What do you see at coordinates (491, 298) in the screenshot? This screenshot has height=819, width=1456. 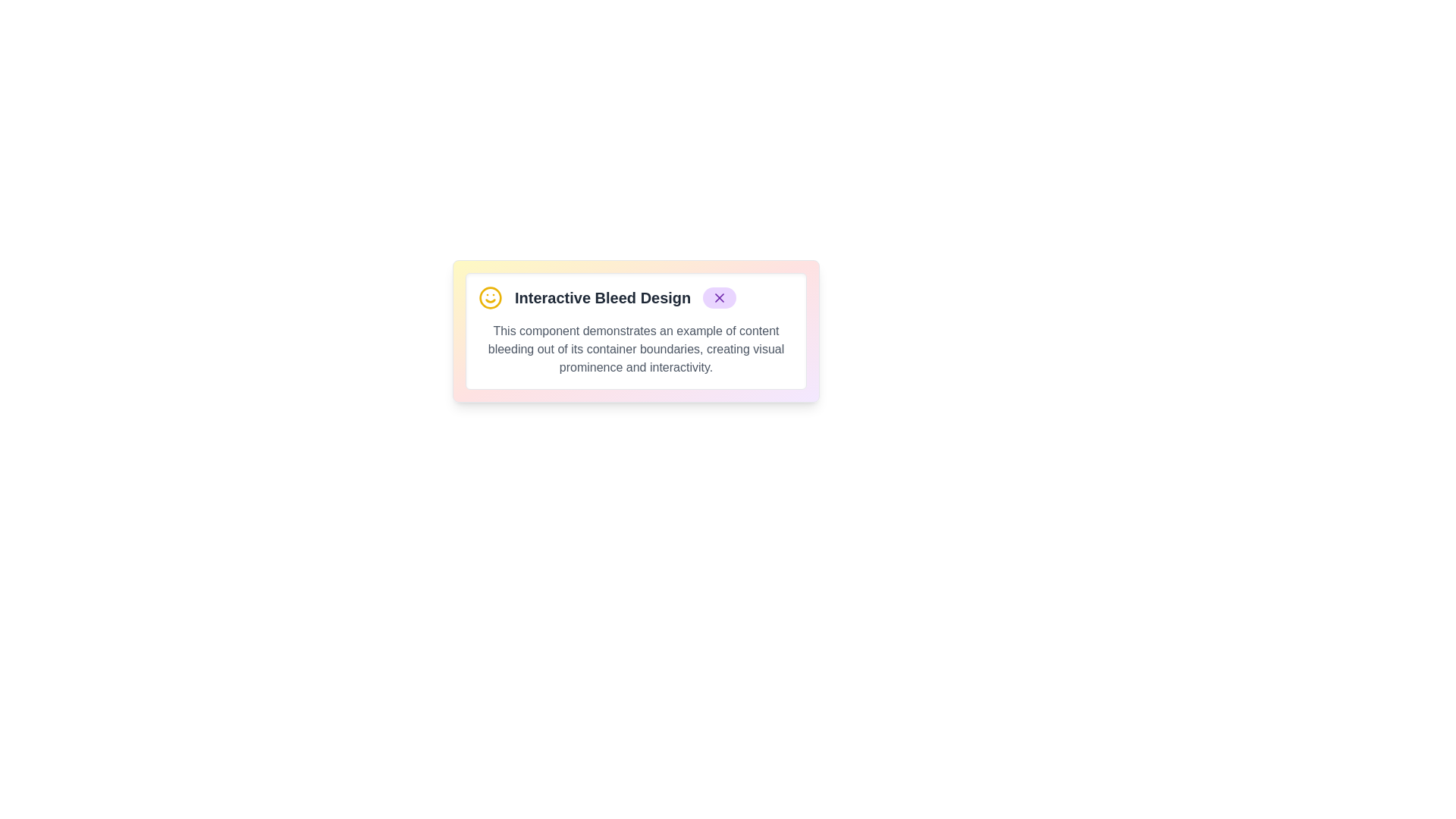 I see `the SVG Circle that outlines the smiley face icon located at the center of the smiley face in the top-left corner of the card` at bounding box center [491, 298].